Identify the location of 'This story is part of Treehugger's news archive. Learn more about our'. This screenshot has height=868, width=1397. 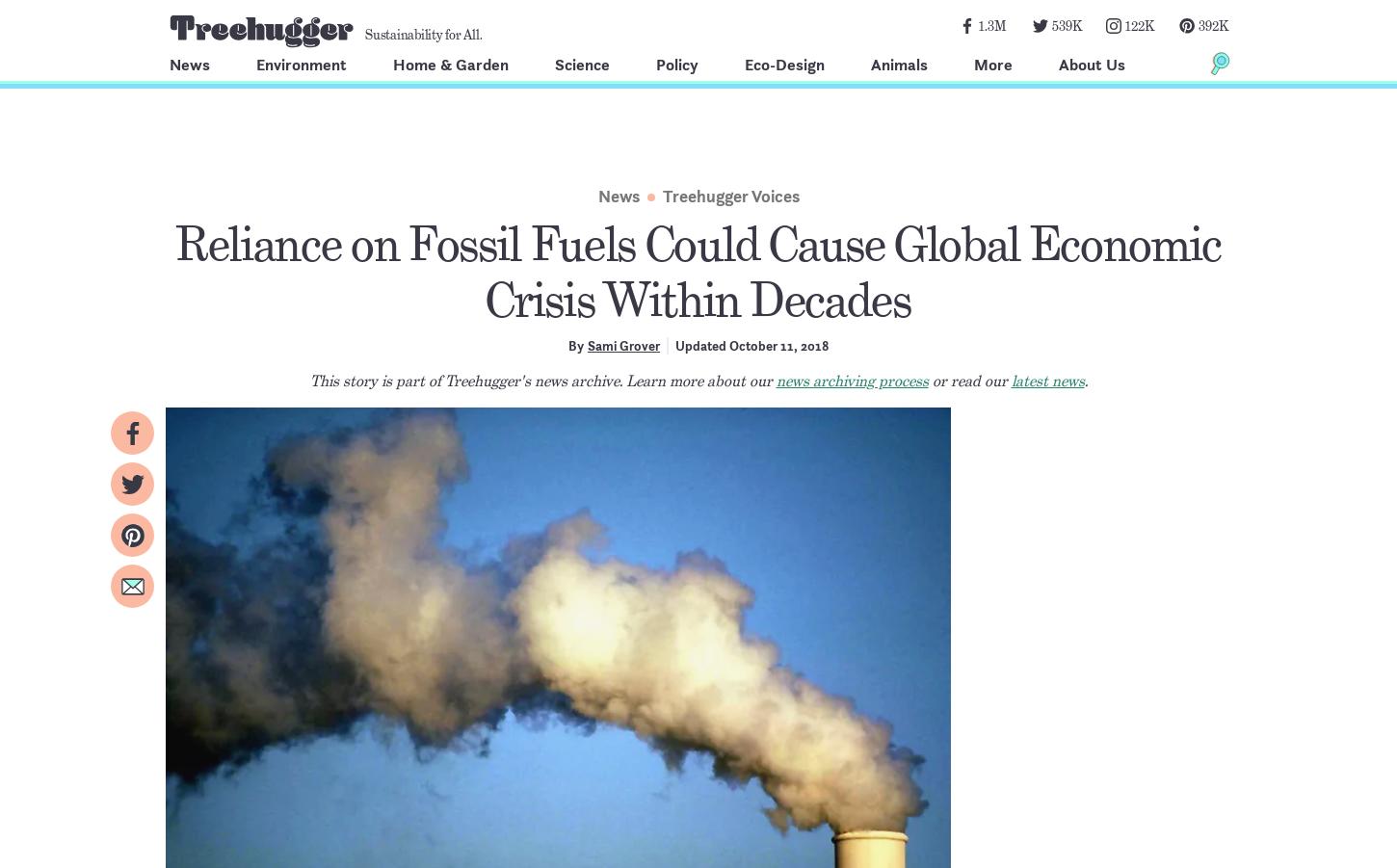
(542, 380).